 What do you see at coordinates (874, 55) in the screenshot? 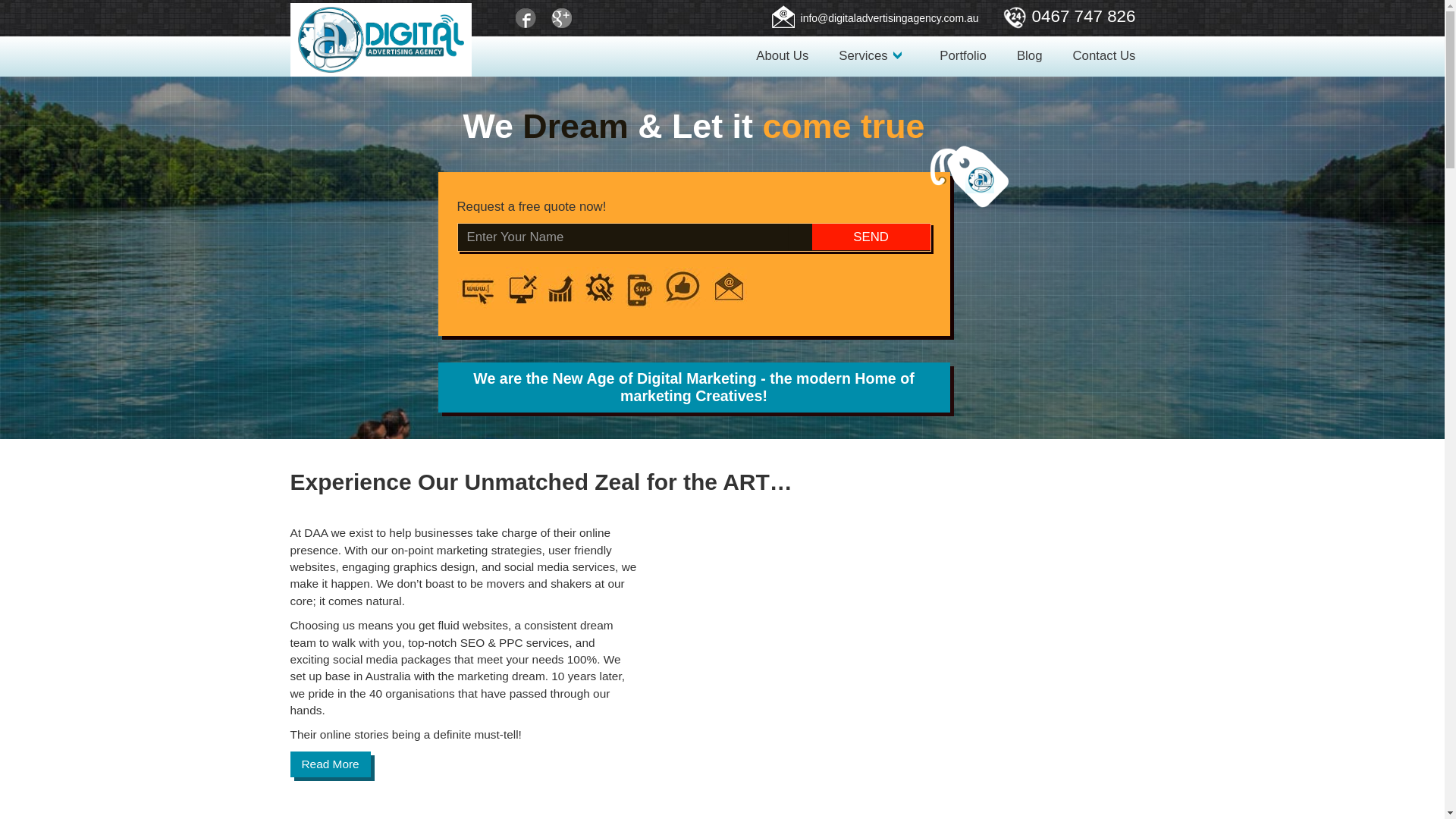
I see `'Services'` at bounding box center [874, 55].